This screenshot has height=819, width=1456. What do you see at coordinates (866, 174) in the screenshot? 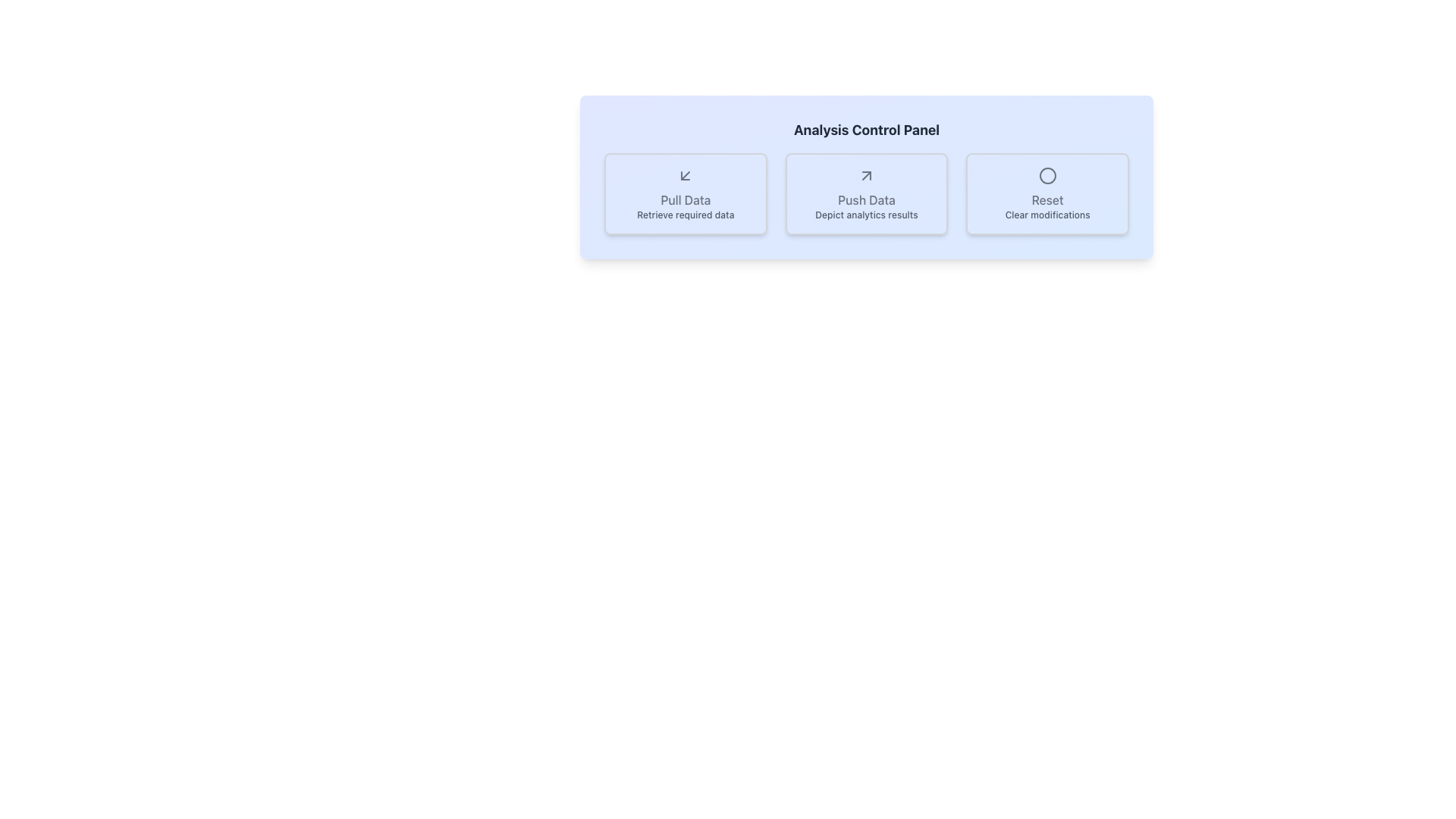
I see `the symbolic representation of the 'Push Data' icon located at the top-center of the second card titled 'Push Data' in a horizontal row of three cards` at bounding box center [866, 174].